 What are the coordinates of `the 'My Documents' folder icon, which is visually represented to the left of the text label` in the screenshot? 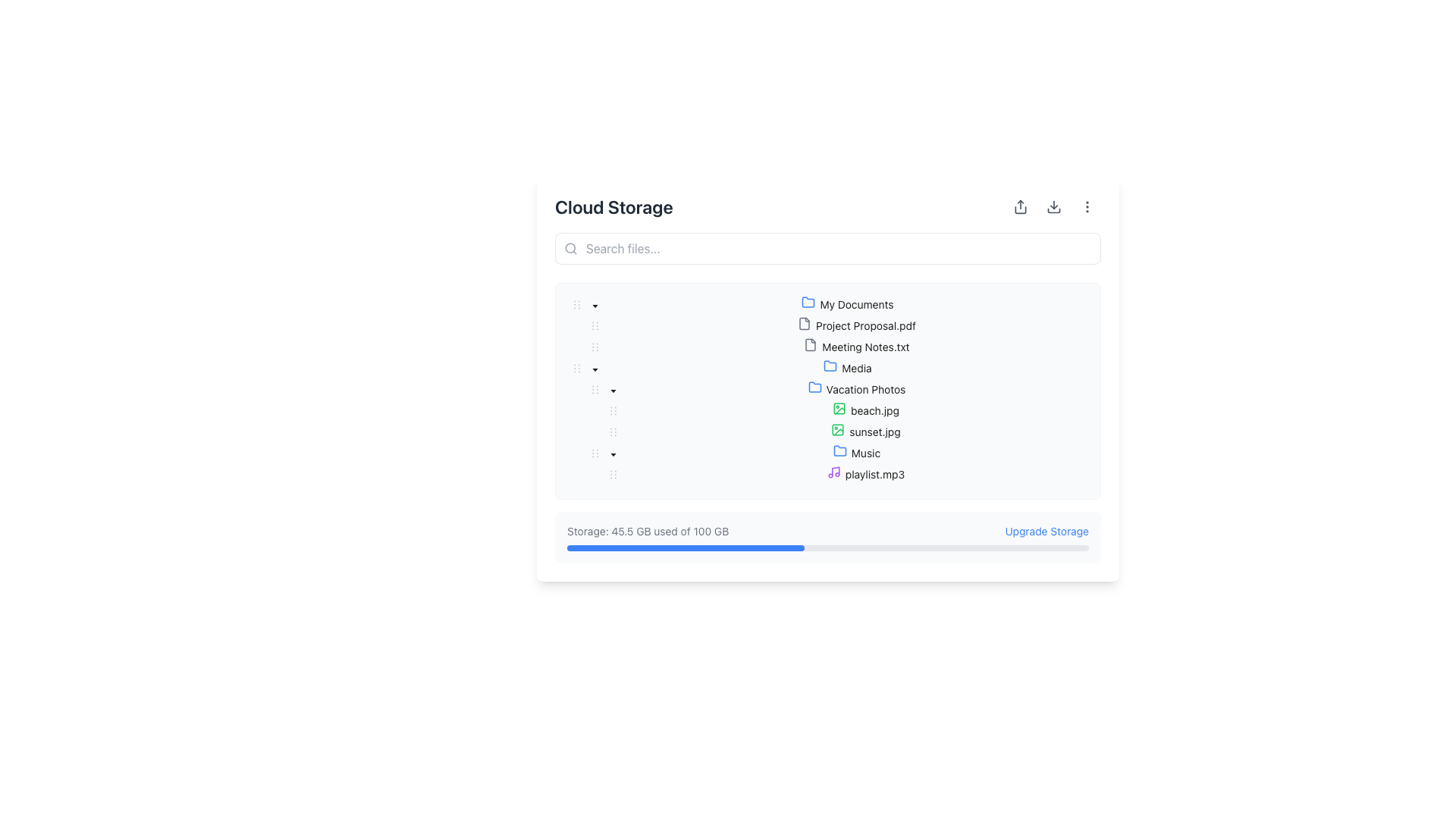 It's located at (810, 304).